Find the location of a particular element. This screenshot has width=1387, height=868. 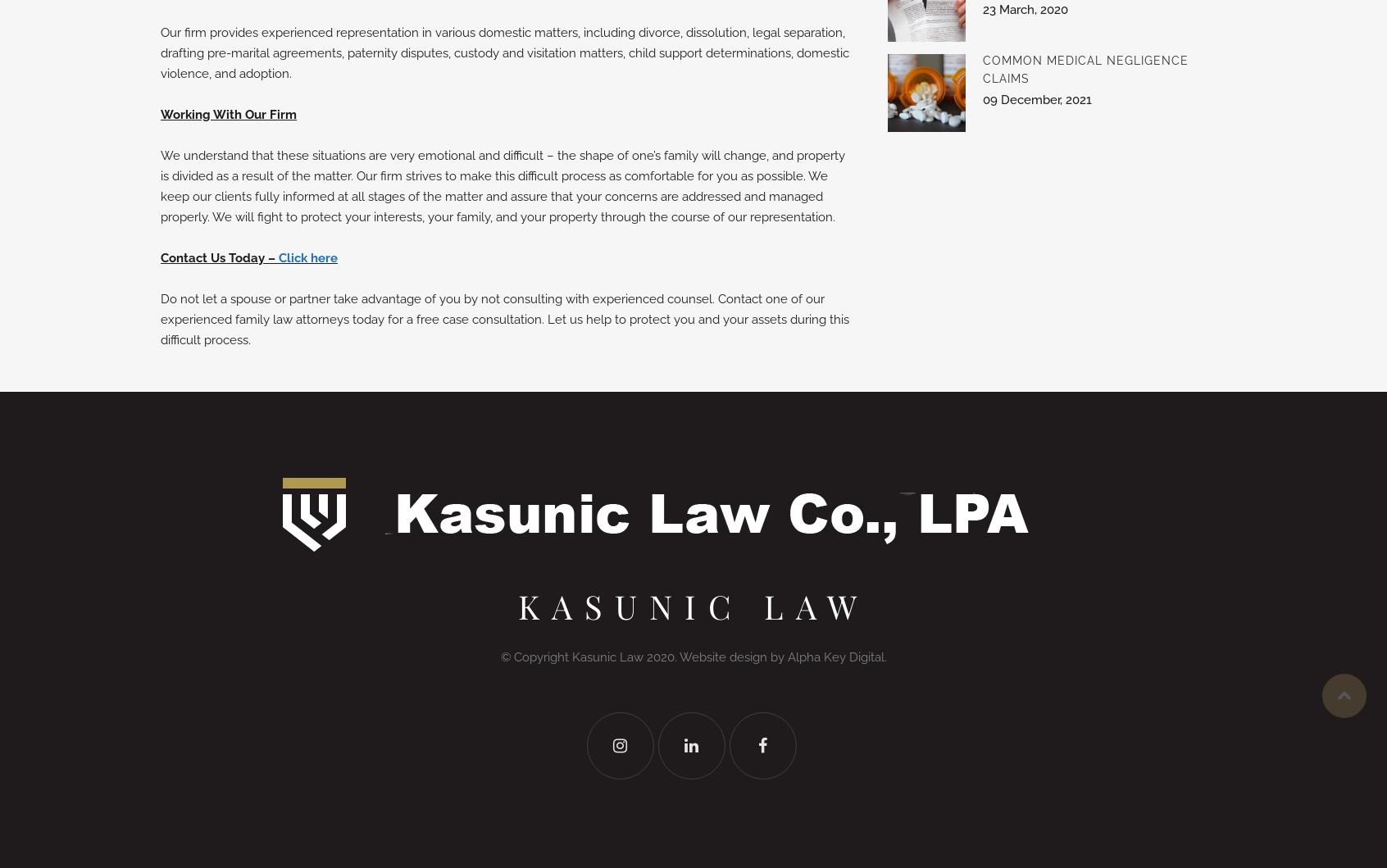

'23 March, 2020' is located at coordinates (980, 9).